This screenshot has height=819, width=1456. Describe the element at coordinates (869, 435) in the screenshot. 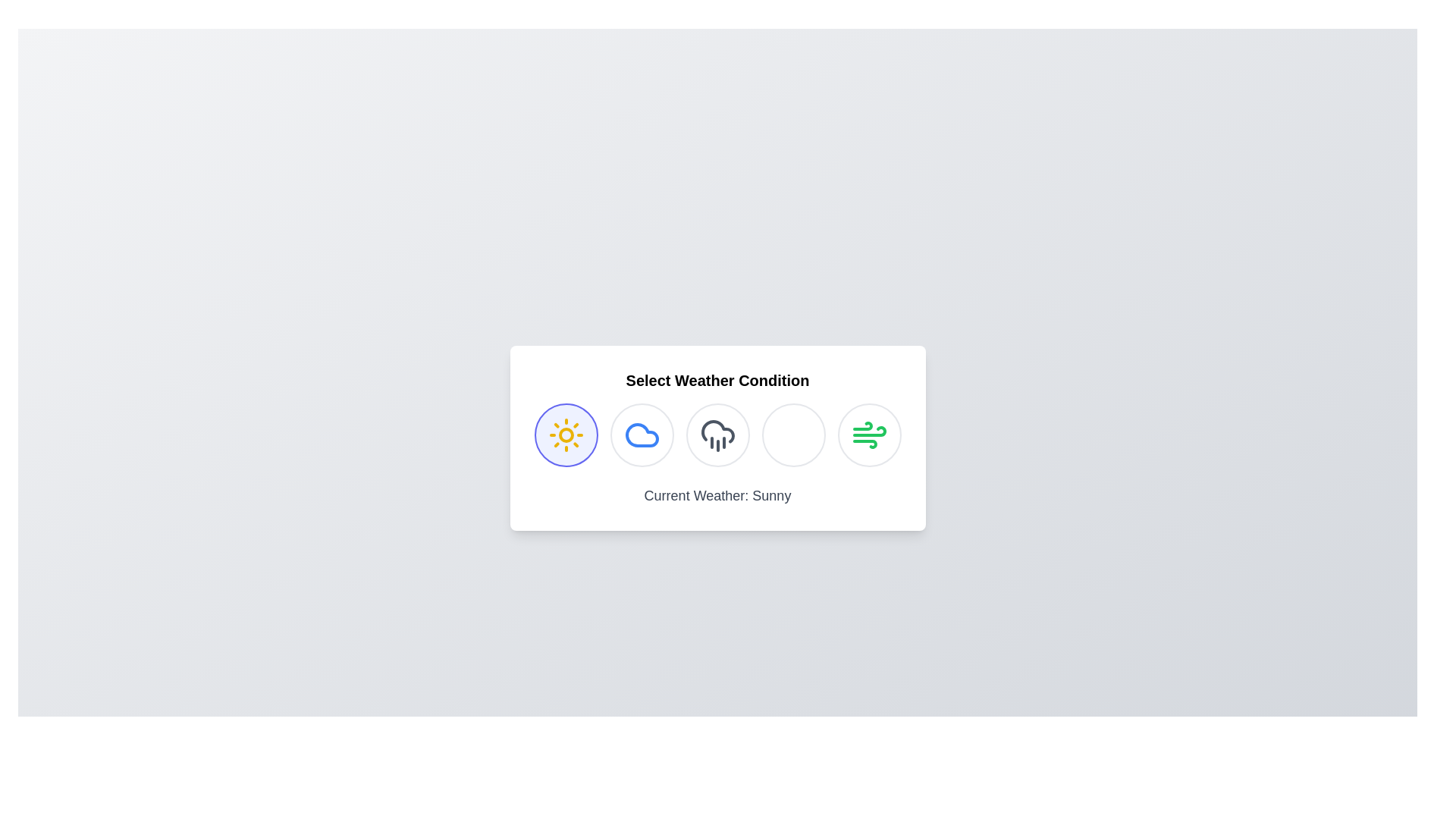

I see `the white circular button with a green wind icon` at that location.